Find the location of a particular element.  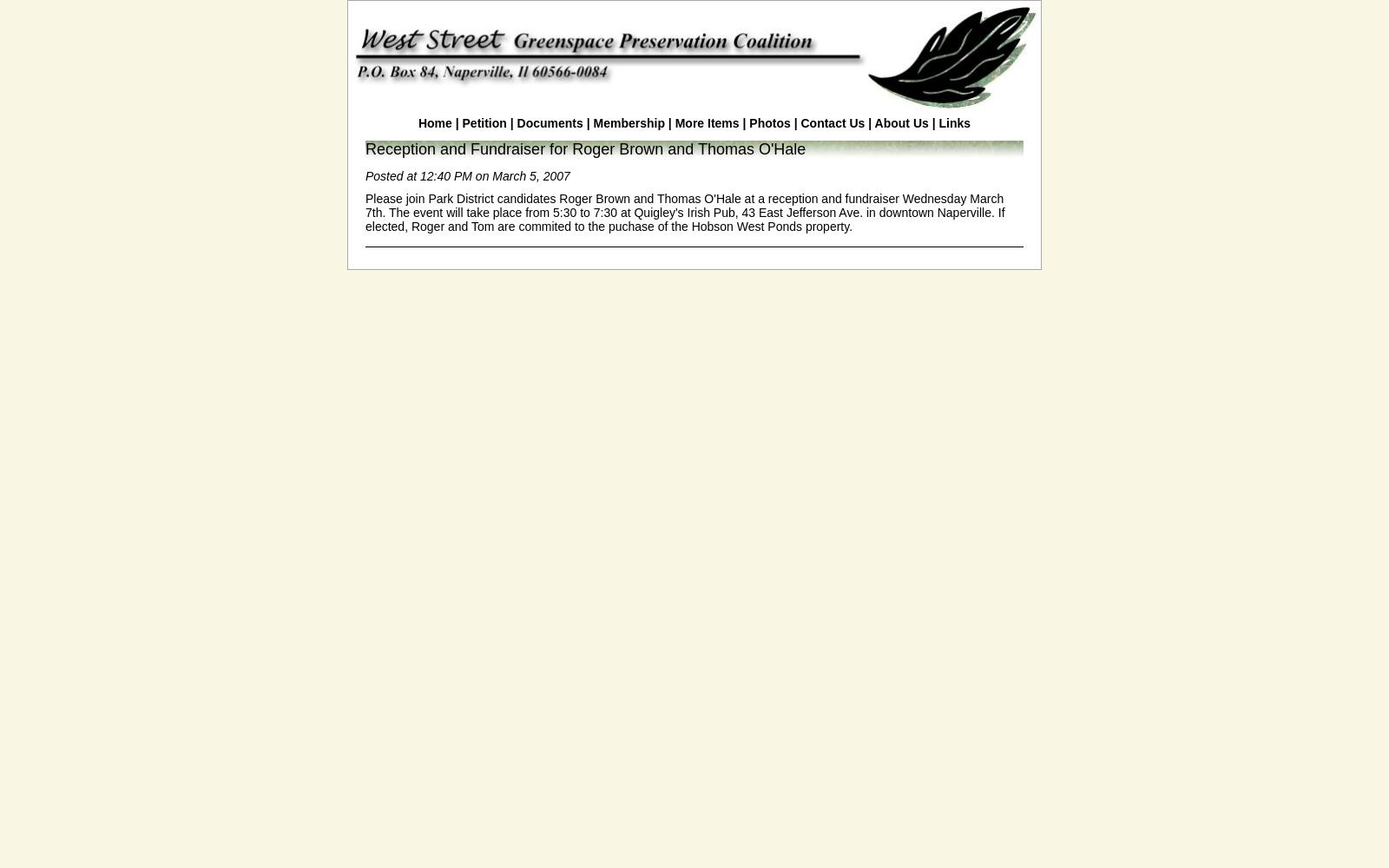

'Home' is located at coordinates (433, 123).